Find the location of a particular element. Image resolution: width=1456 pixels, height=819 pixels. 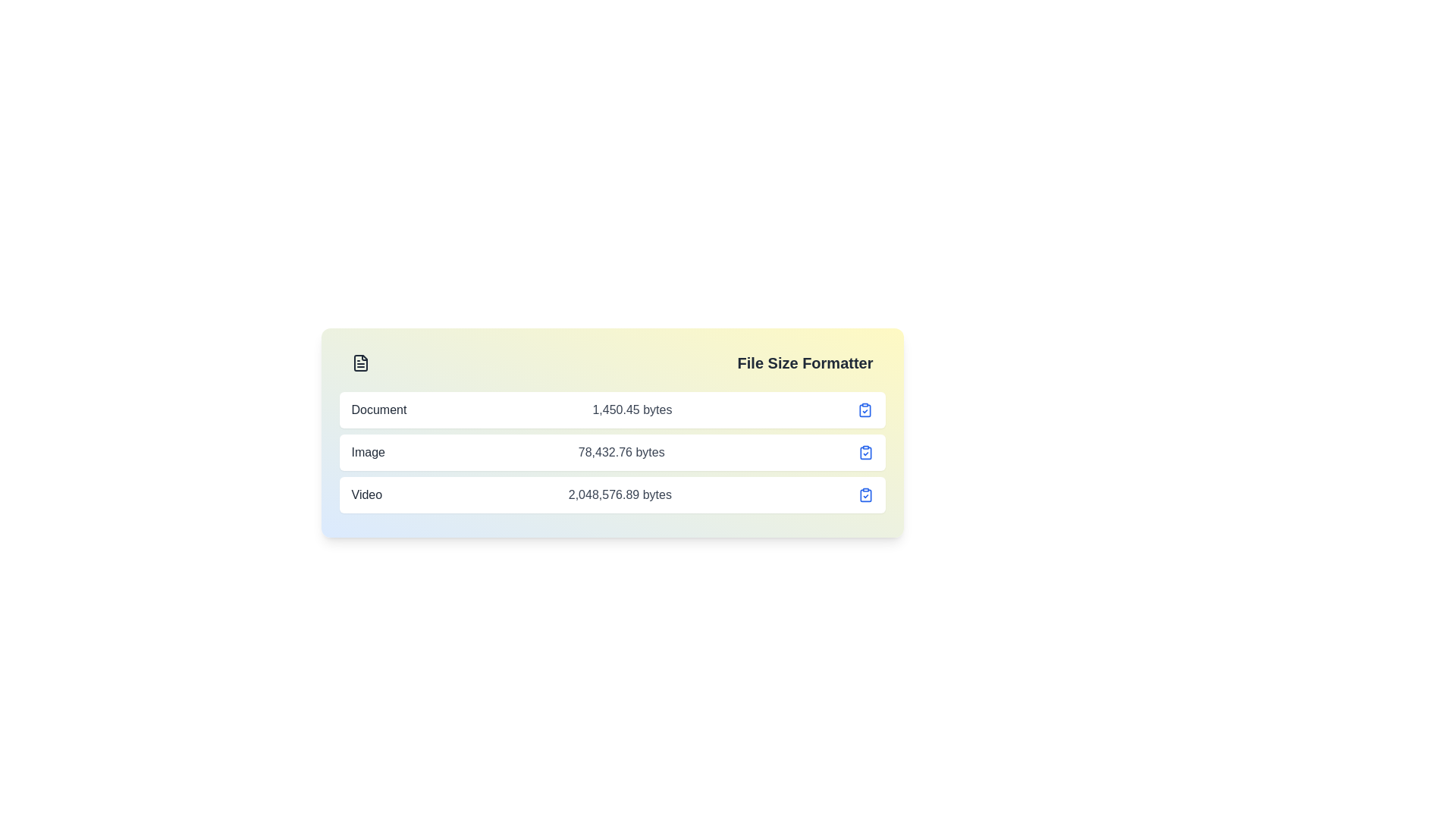

the text label that serves as the title for the 'Video' entry in the card-like component at the bottom of the list is located at coordinates (366, 494).